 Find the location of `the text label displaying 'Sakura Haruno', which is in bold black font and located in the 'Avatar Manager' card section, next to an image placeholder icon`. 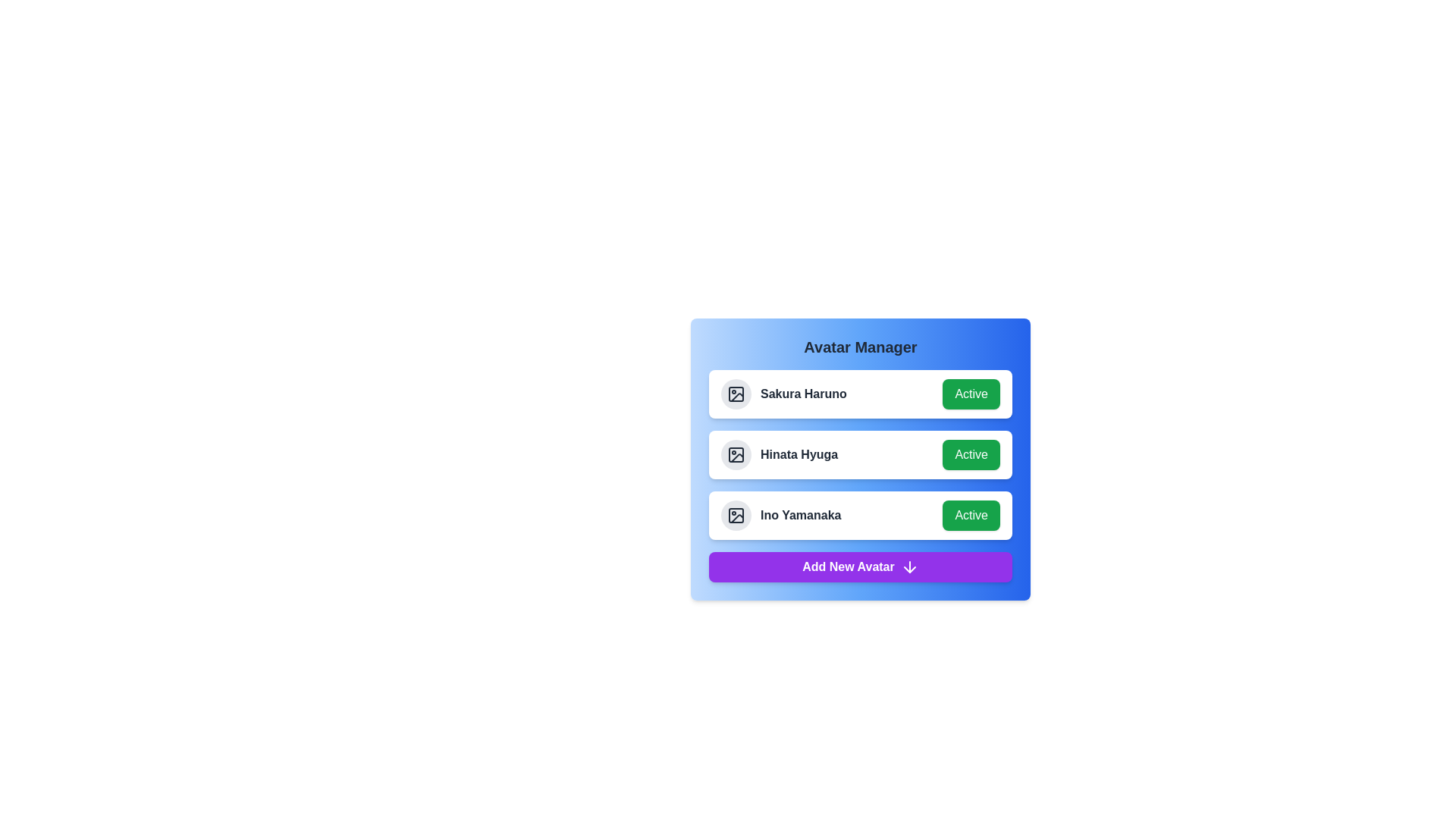

the text label displaying 'Sakura Haruno', which is in bold black font and located in the 'Avatar Manager' card section, next to an image placeholder icon is located at coordinates (783, 394).